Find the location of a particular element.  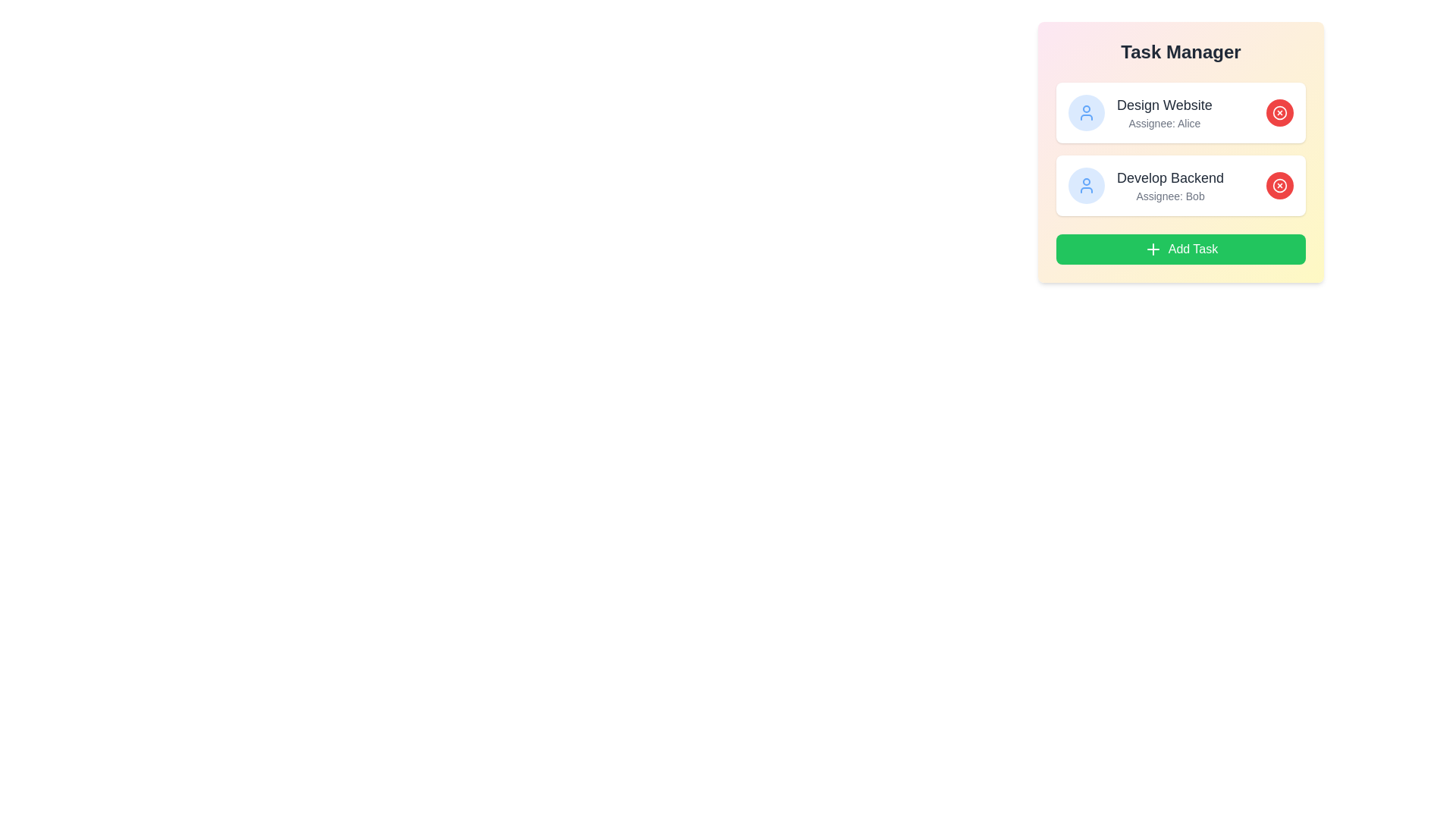

the icon located to the left of the 'Add Task' label in the green button at the bottom of the task list panel is located at coordinates (1153, 248).